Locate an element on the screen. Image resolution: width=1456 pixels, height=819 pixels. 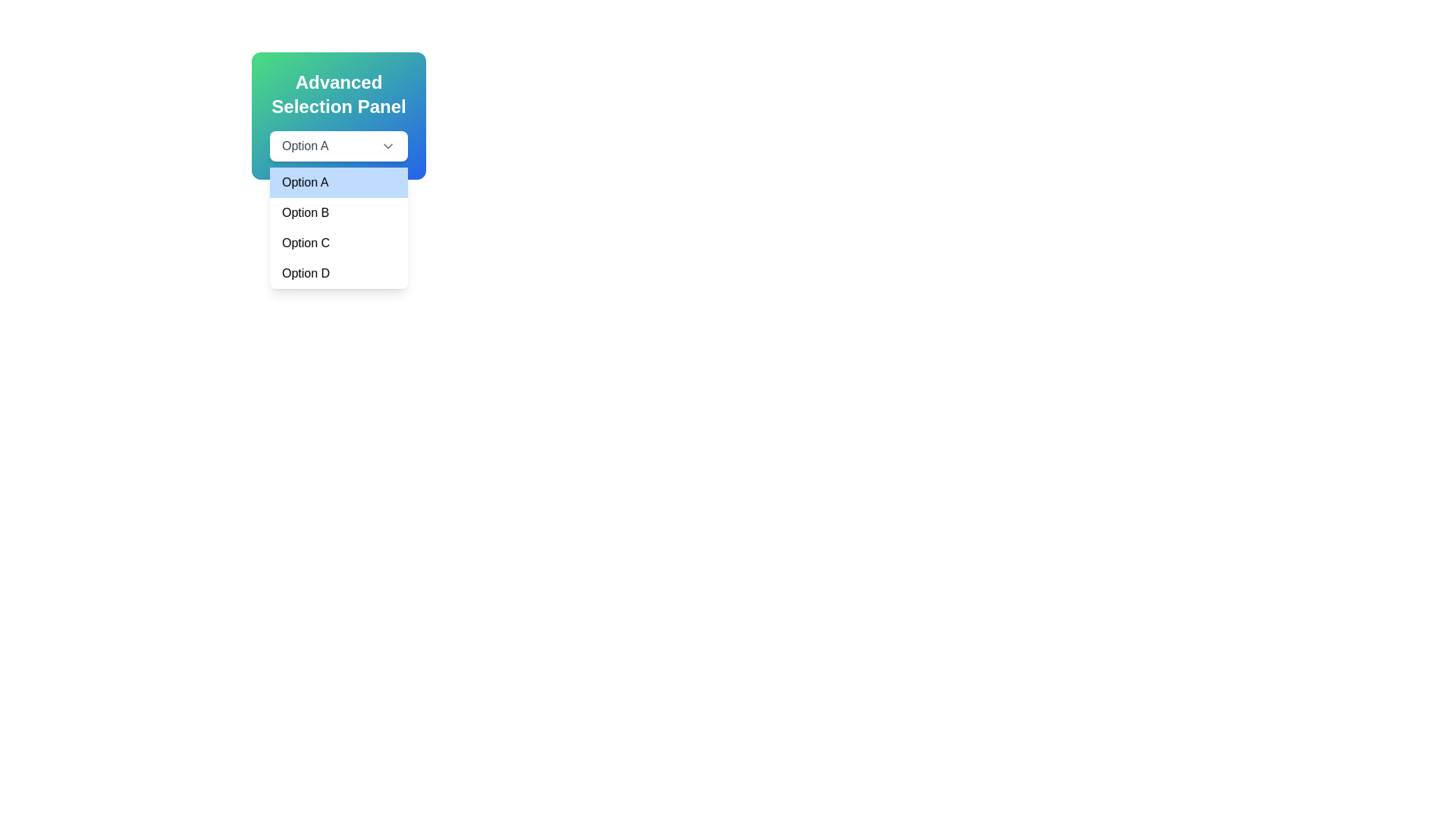
the second item in the dropdown menu that selects 'Option B' as the active choice is located at coordinates (337, 213).